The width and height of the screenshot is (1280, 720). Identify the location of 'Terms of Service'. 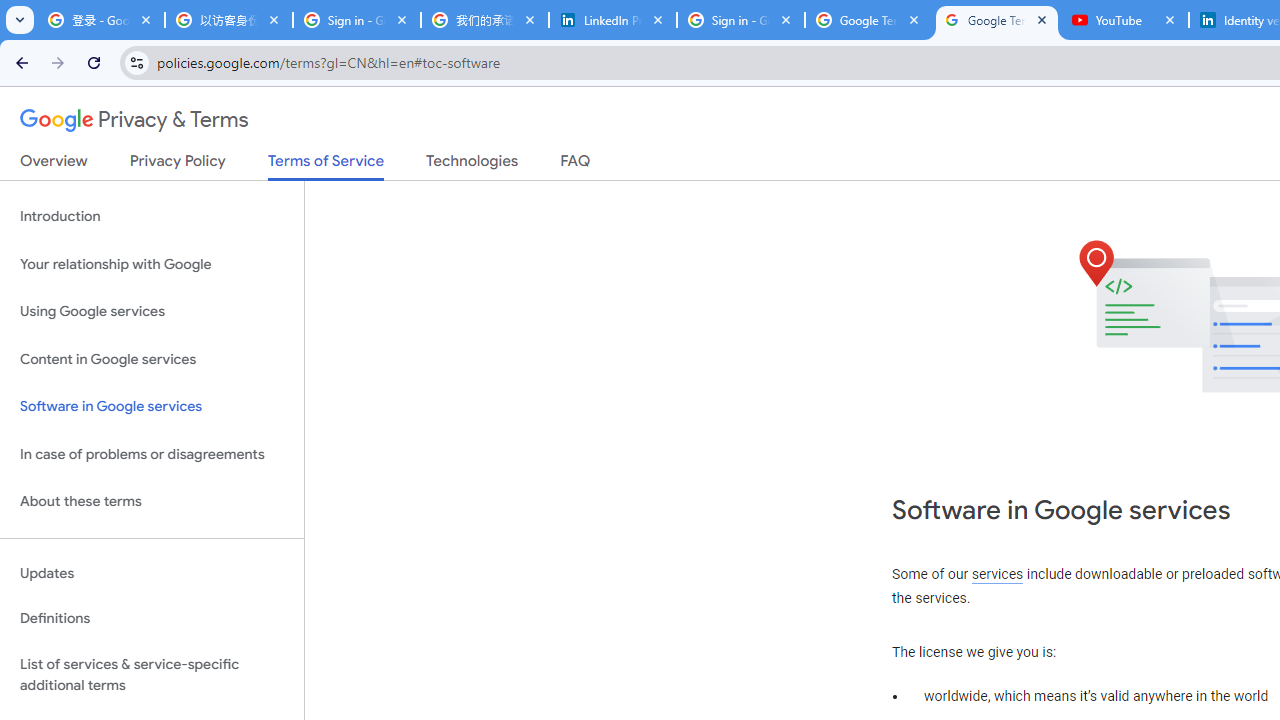
(326, 165).